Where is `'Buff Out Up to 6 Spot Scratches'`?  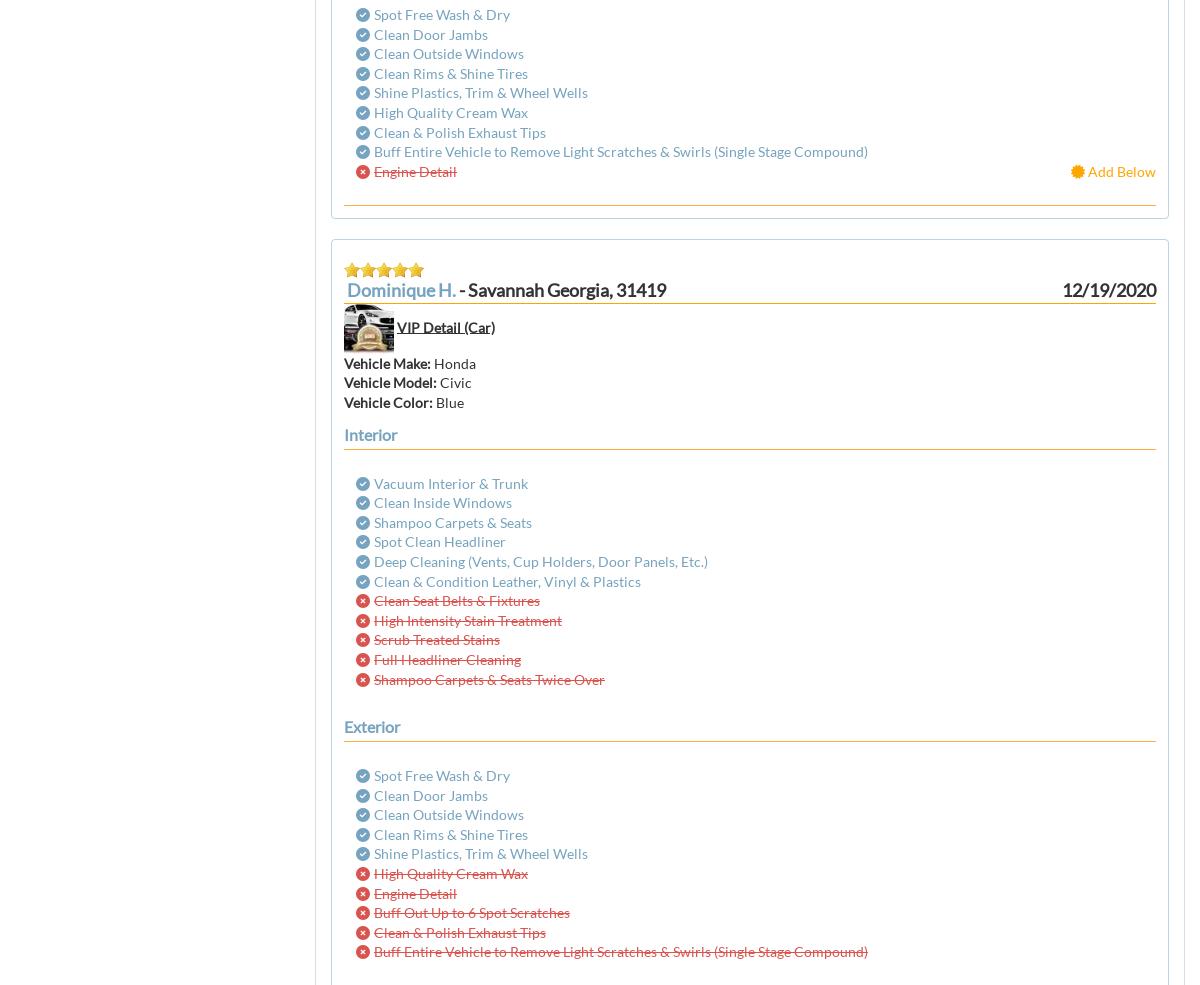
'Buff Out Up to 6 Spot Scratches' is located at coordinates (470, 912).